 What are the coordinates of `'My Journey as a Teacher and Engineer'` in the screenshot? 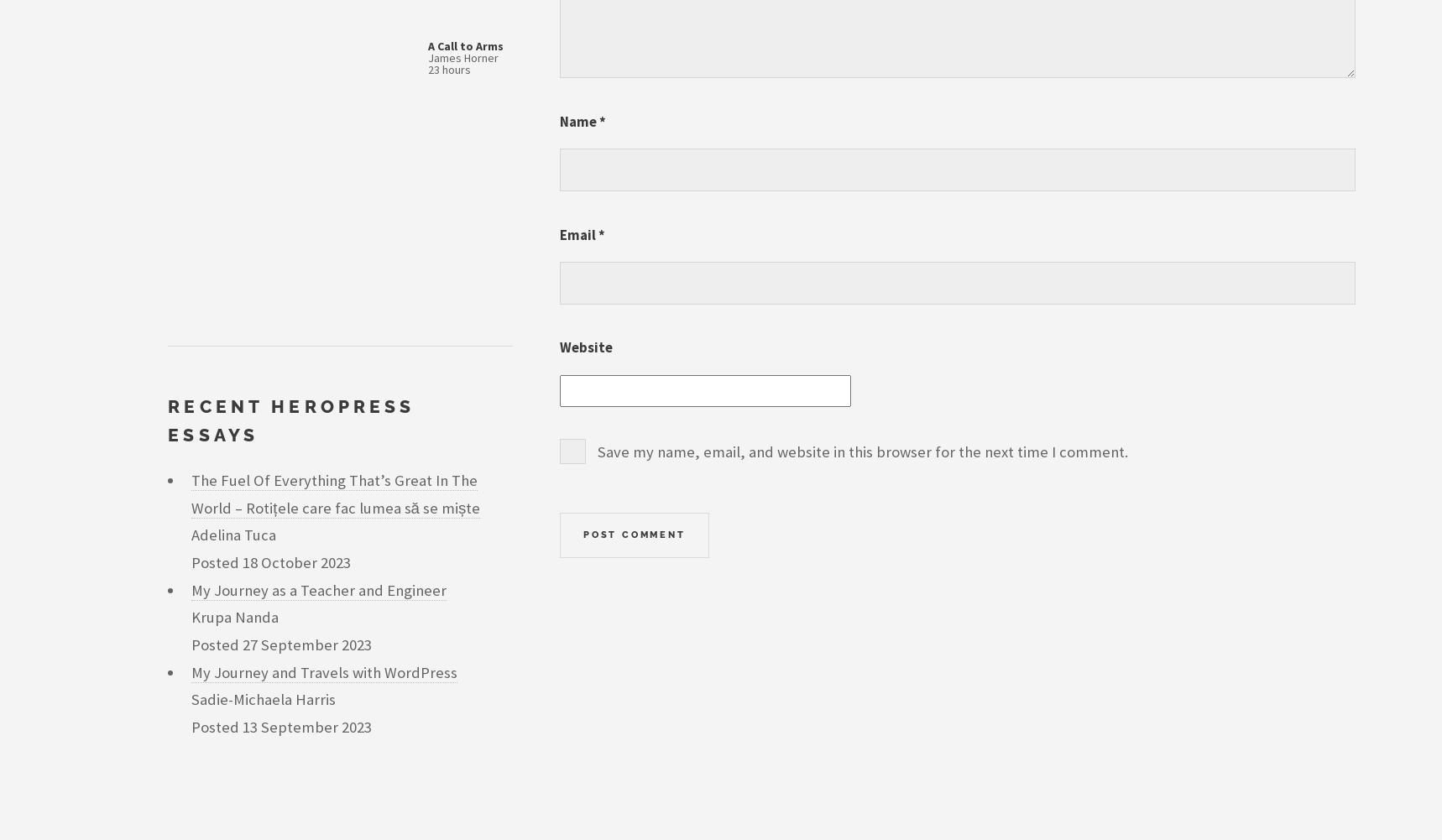 It's located at (318, 588).